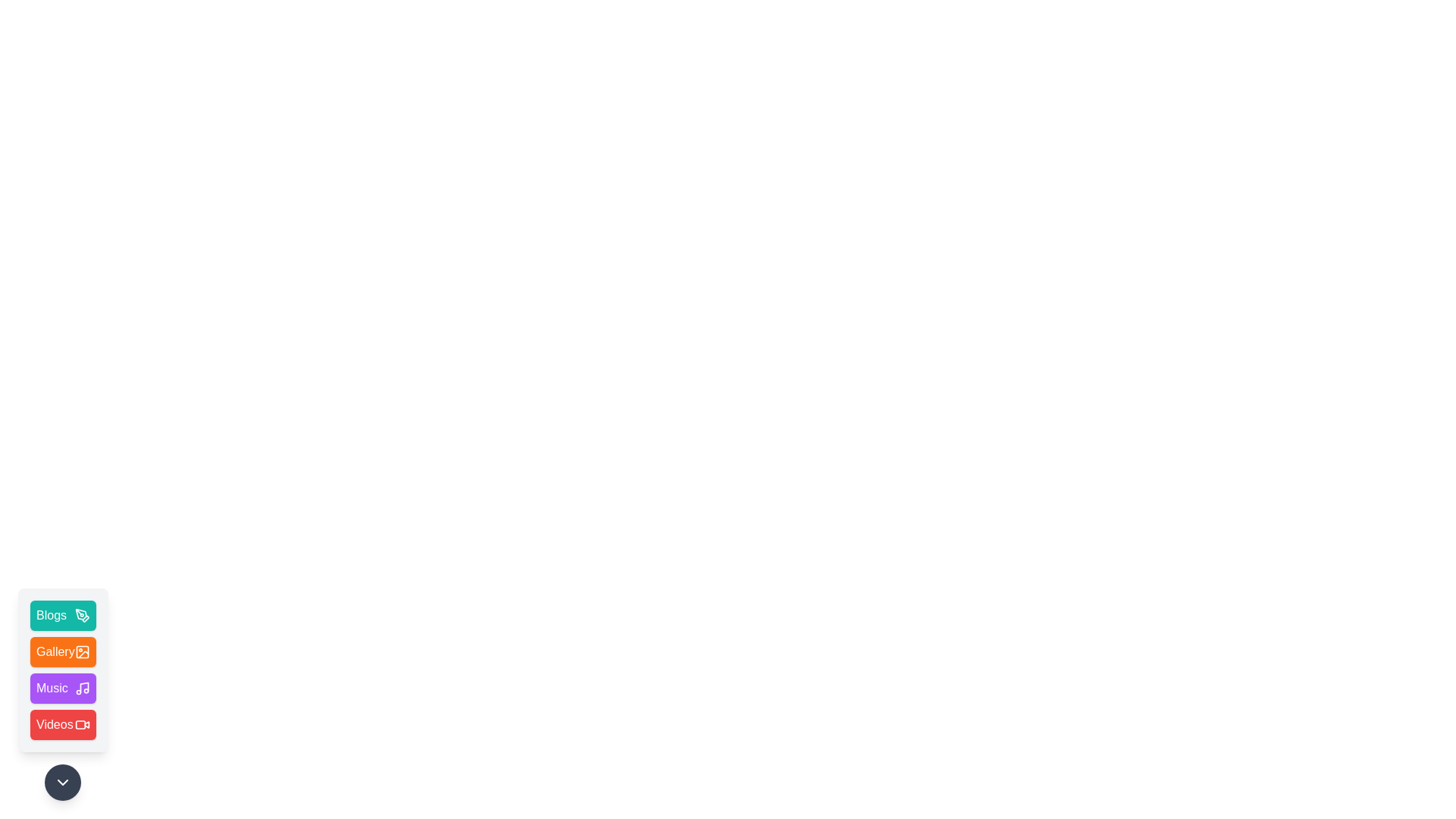 Image resolution: width=1456 pixels, height=819 pixels. Describe the element at coordinates (62, 616) in the screenshot. I see `the Blogs menu item to interact with it` at that location.